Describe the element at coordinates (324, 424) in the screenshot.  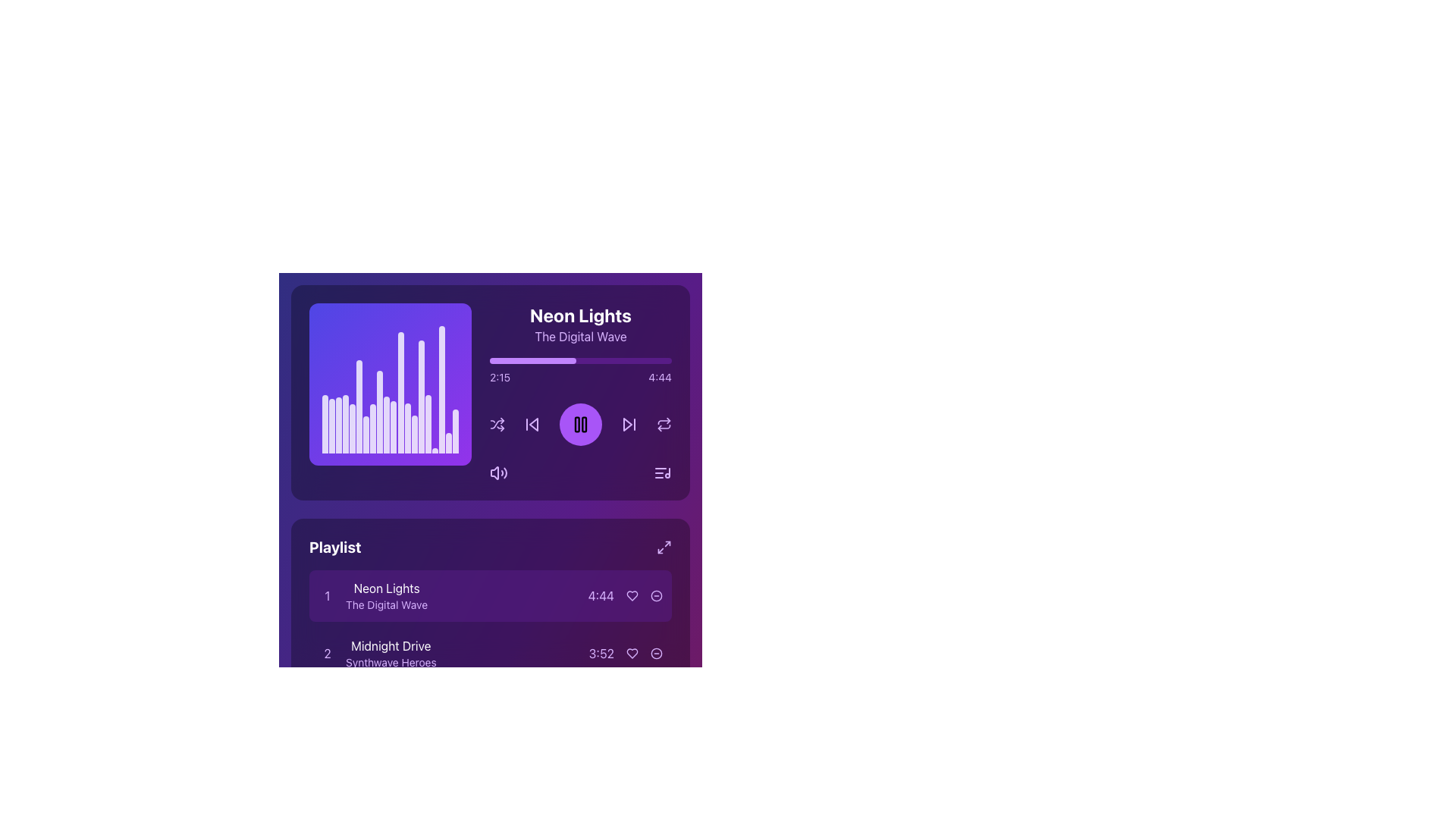
I see `the first vertical white bar in the graph visualization area located in the top-left portion of the interface` at that location.